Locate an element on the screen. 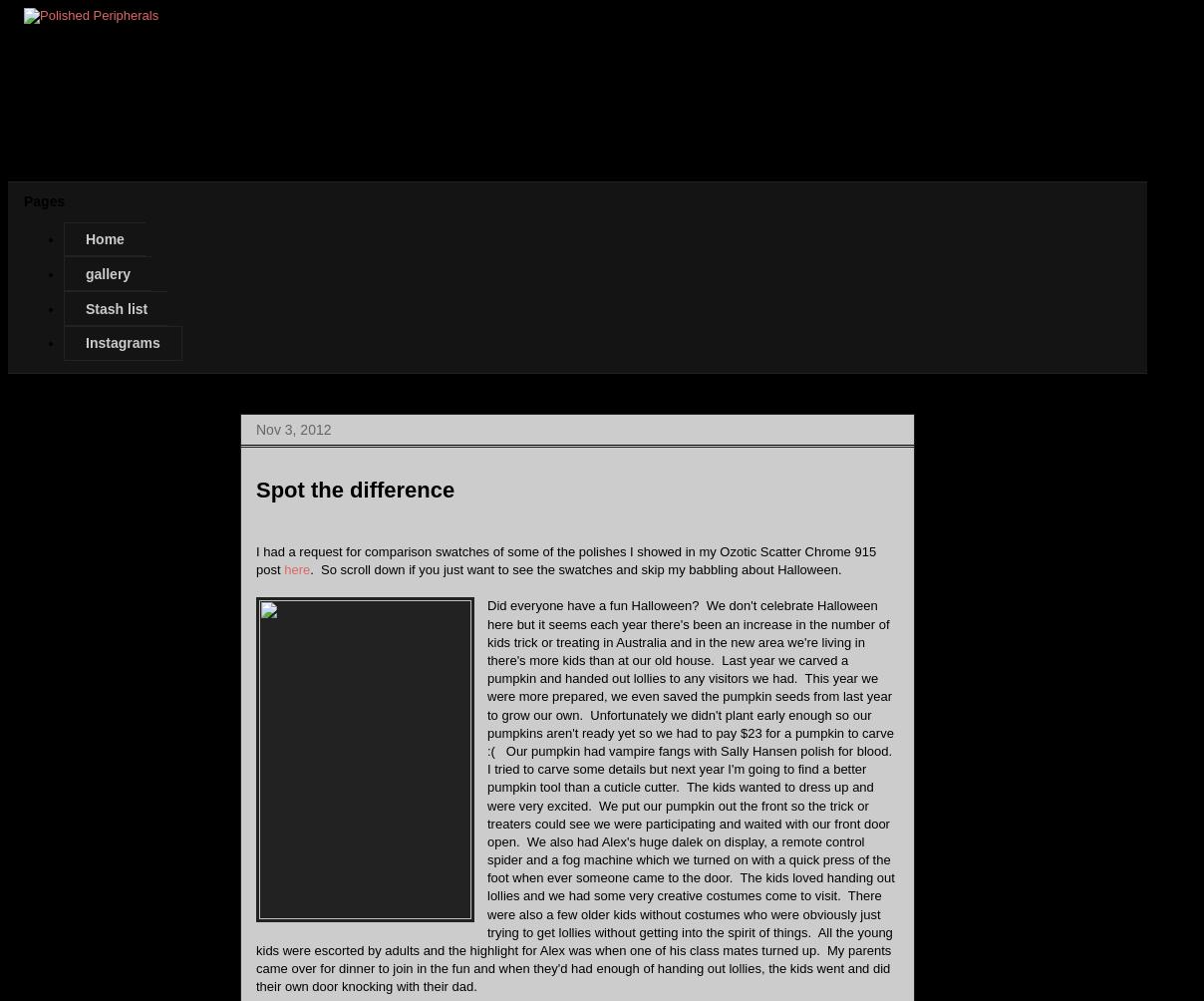 This screenshot has height=1001, width=1204. 'Pages' is located at coordinates (23, 199).